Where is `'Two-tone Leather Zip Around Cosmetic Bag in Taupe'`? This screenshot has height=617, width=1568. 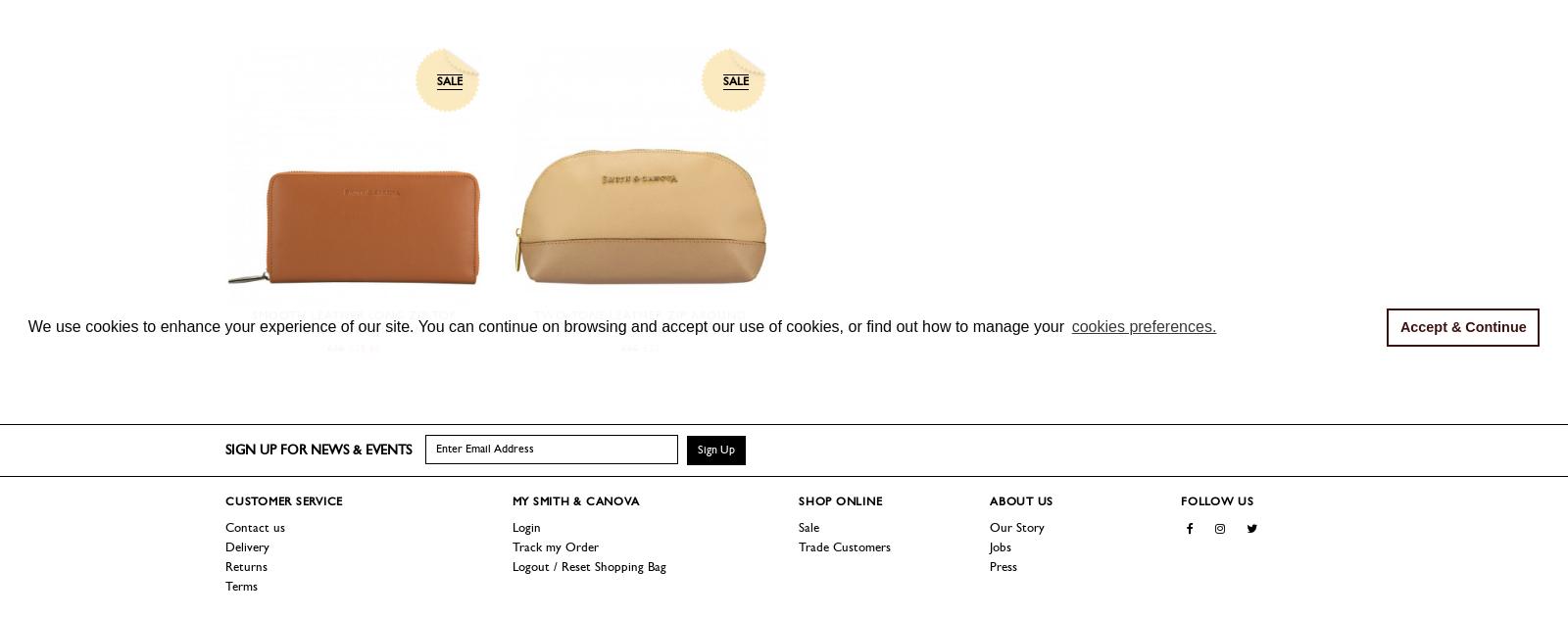
'Two-tone Leather Zip Around Cosmetic Bag in Taupe' is located at coordinates (640, 321).